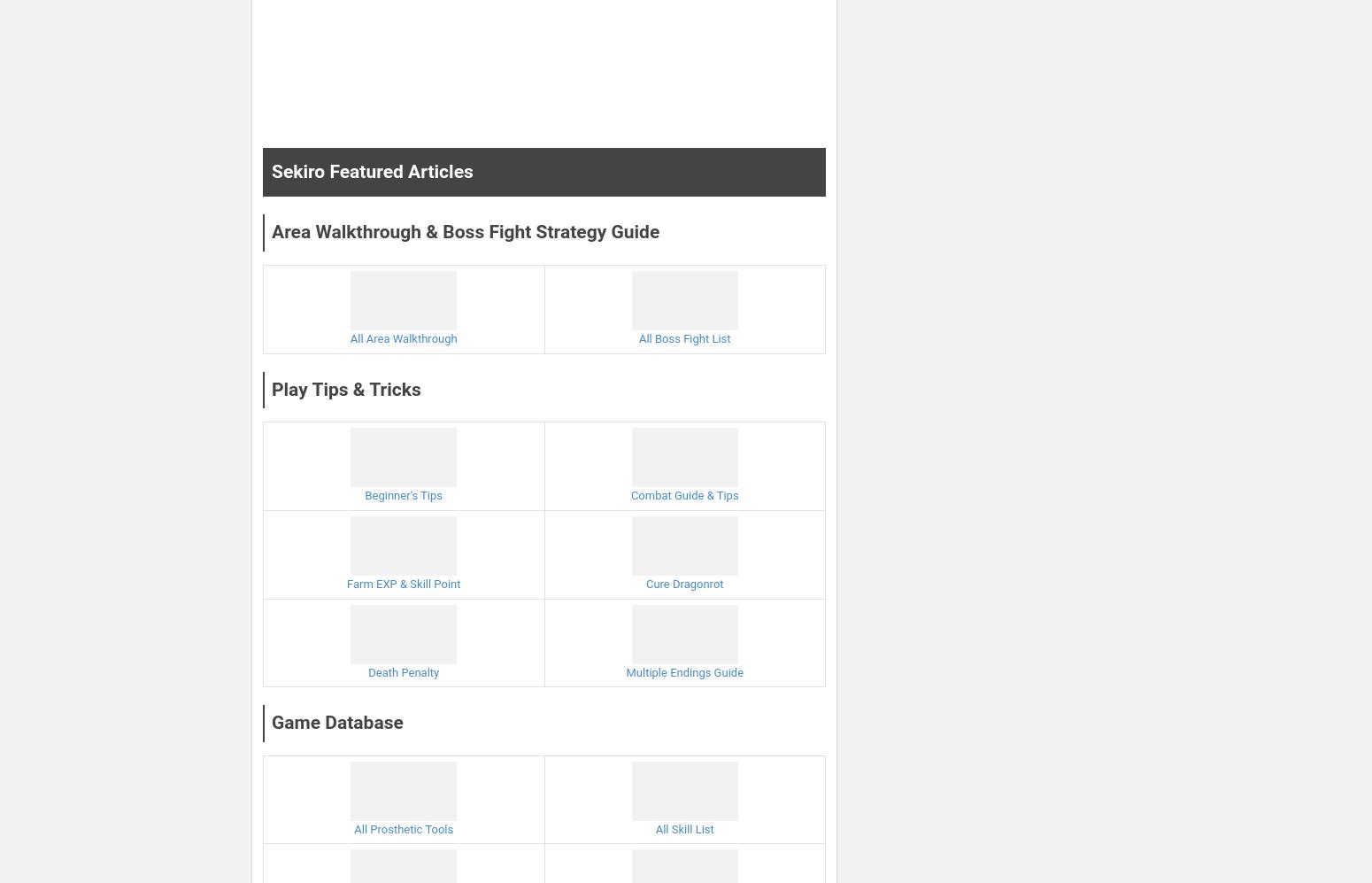 The width and height of the screenshot is (1372, 883). What do you see at coordinates (404, 671) in the screenshot?
I see `'Death Penalty'` at bounding box center [404, 671].